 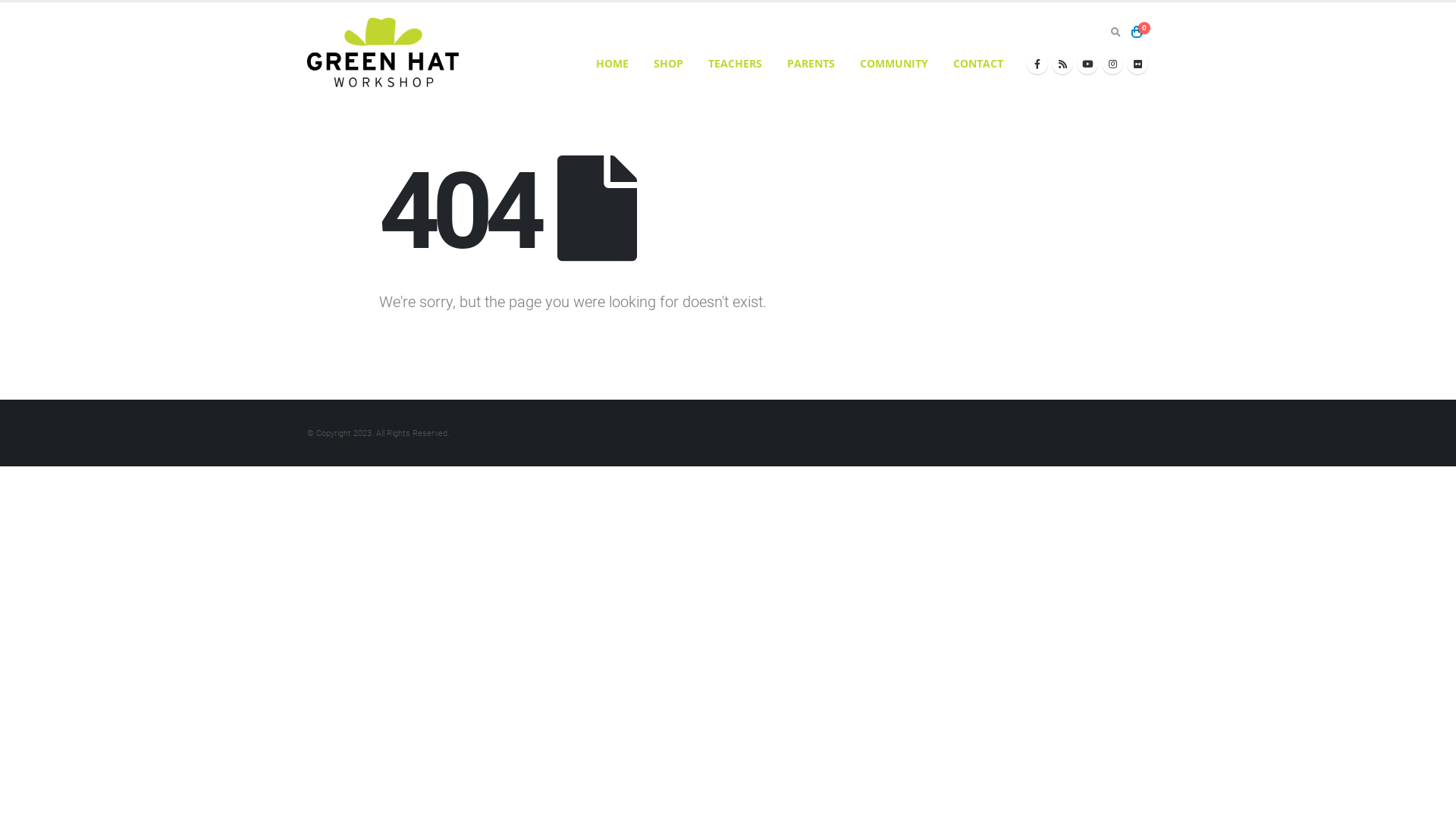 I want to click on 'RSS', so click(x=1062, y=63).